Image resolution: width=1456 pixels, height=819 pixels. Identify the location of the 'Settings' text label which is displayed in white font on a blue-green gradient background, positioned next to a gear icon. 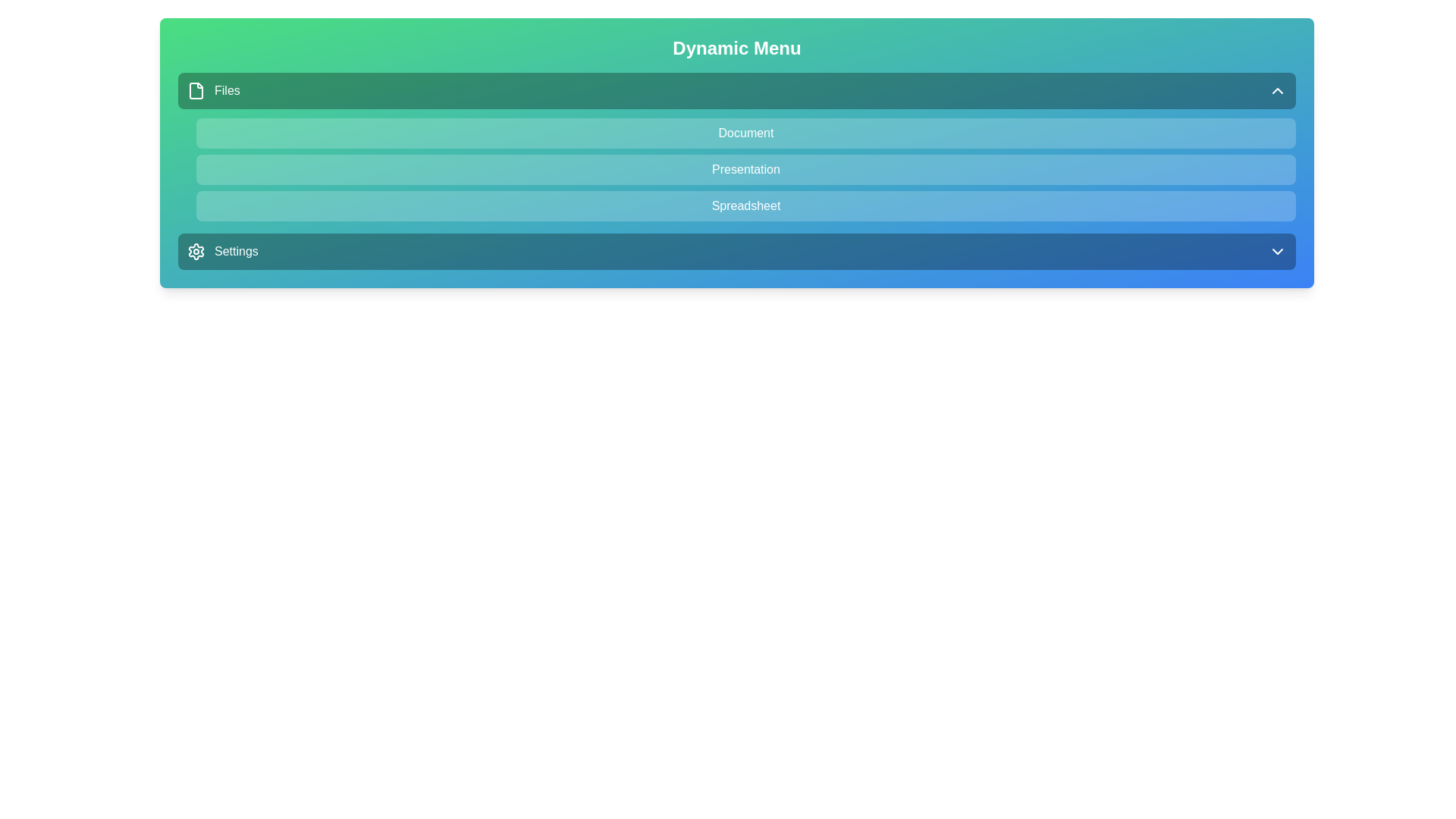
(236, 250).